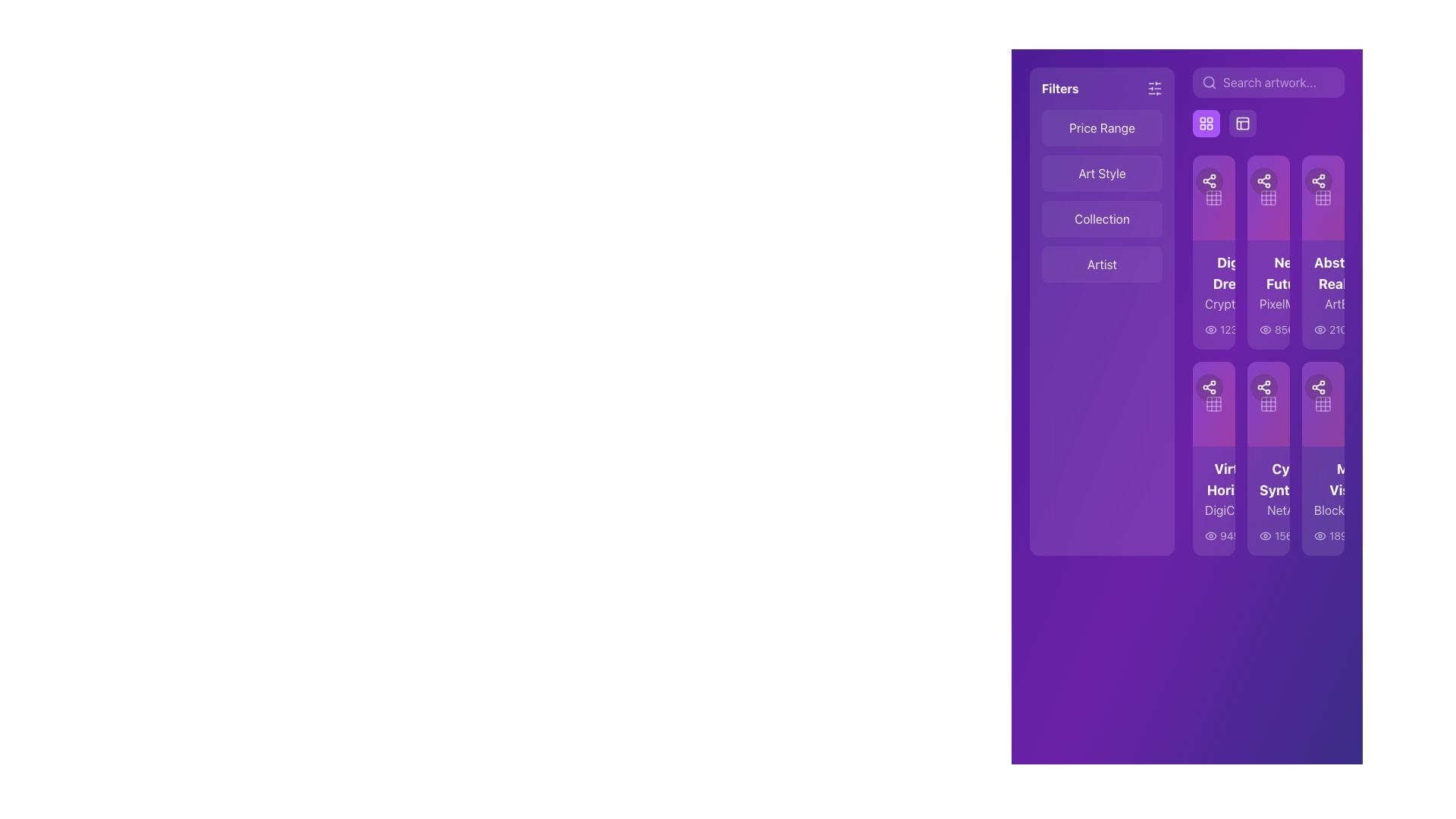  What do you see at coordinates (1214, 488) in the screenshot?
I see `the text block located in the bottom-left card of the grid layout, which displays the title and subtitle of an item` at bounding box center [1214, 488].